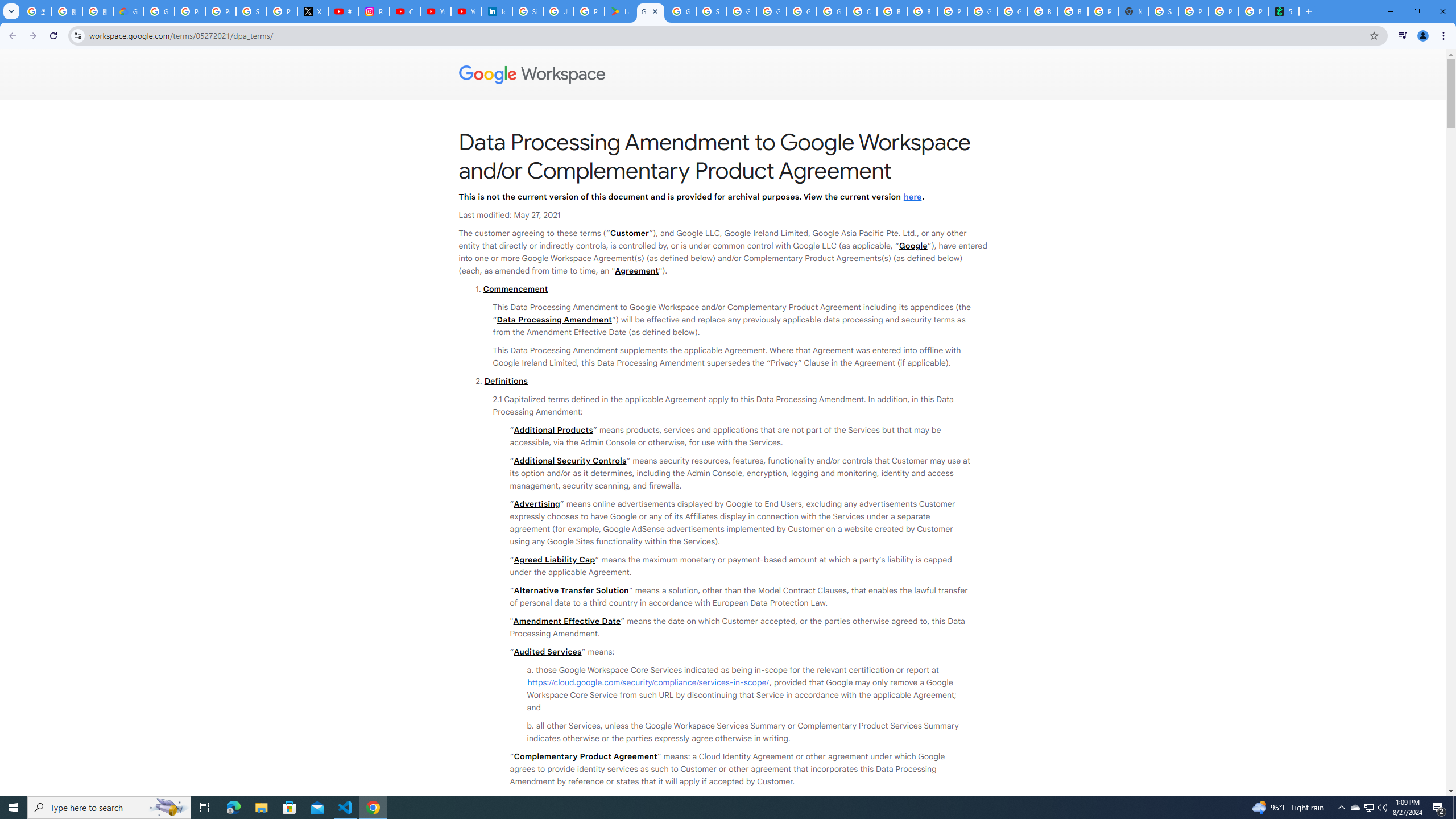  Describe the element at coordinates (77, 35) in the screenshot. I see `'View site information'` at that location.